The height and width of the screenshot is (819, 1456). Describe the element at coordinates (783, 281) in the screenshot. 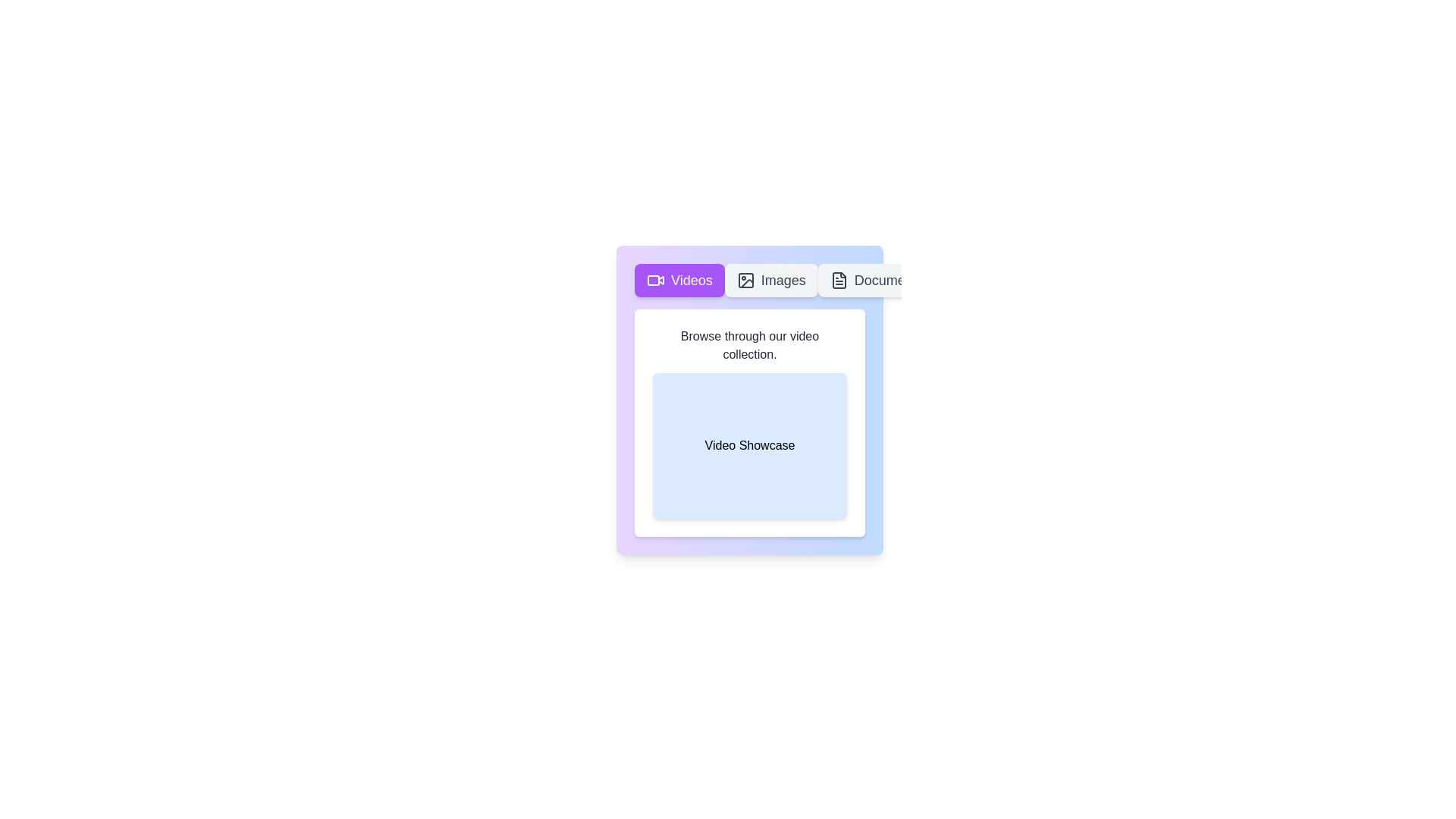

I see `the 'Images' text label within the interactive button` at that location.